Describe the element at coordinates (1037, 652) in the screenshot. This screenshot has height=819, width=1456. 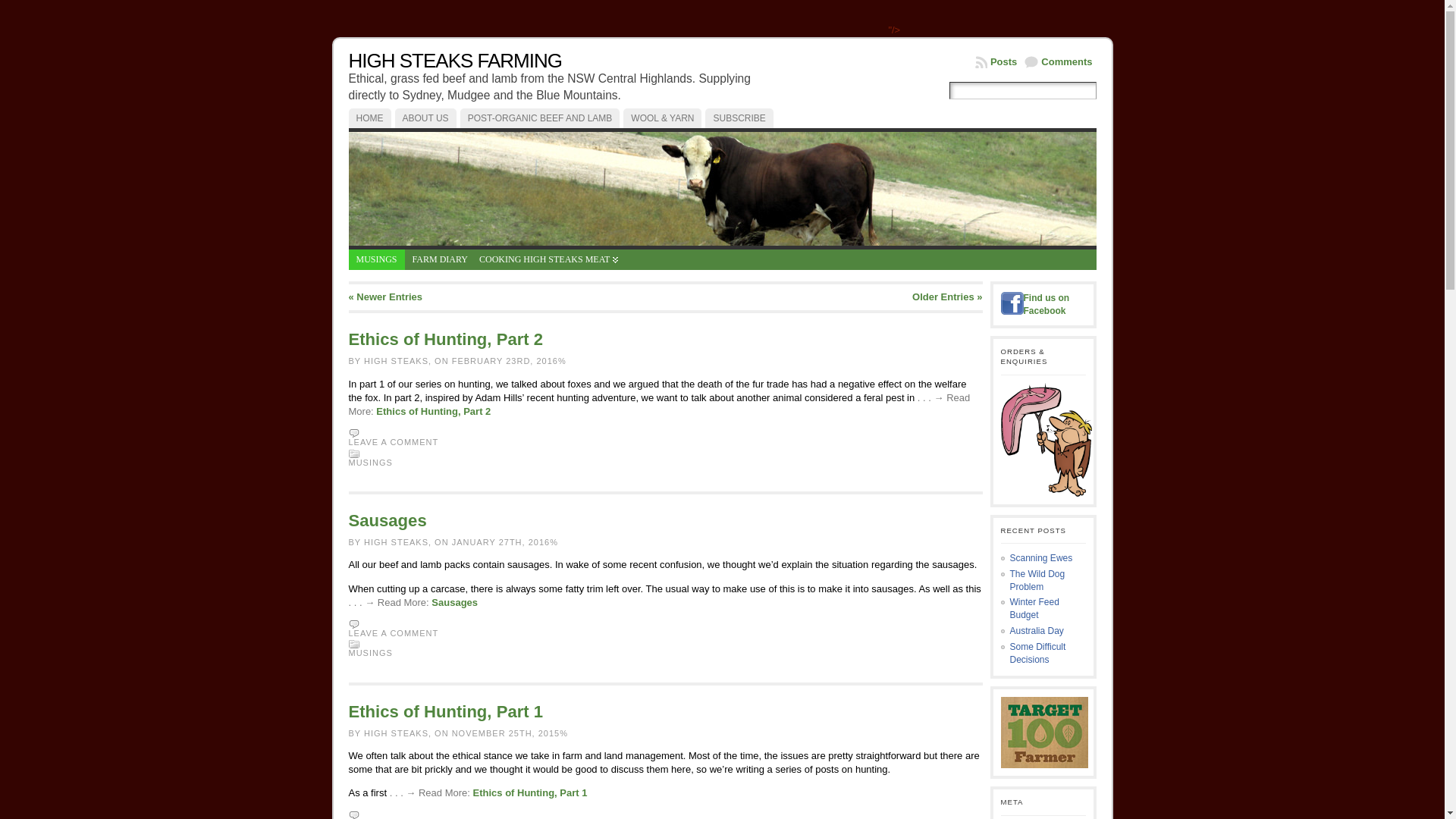
I see `'Some Difficult Decisions'` at that location.